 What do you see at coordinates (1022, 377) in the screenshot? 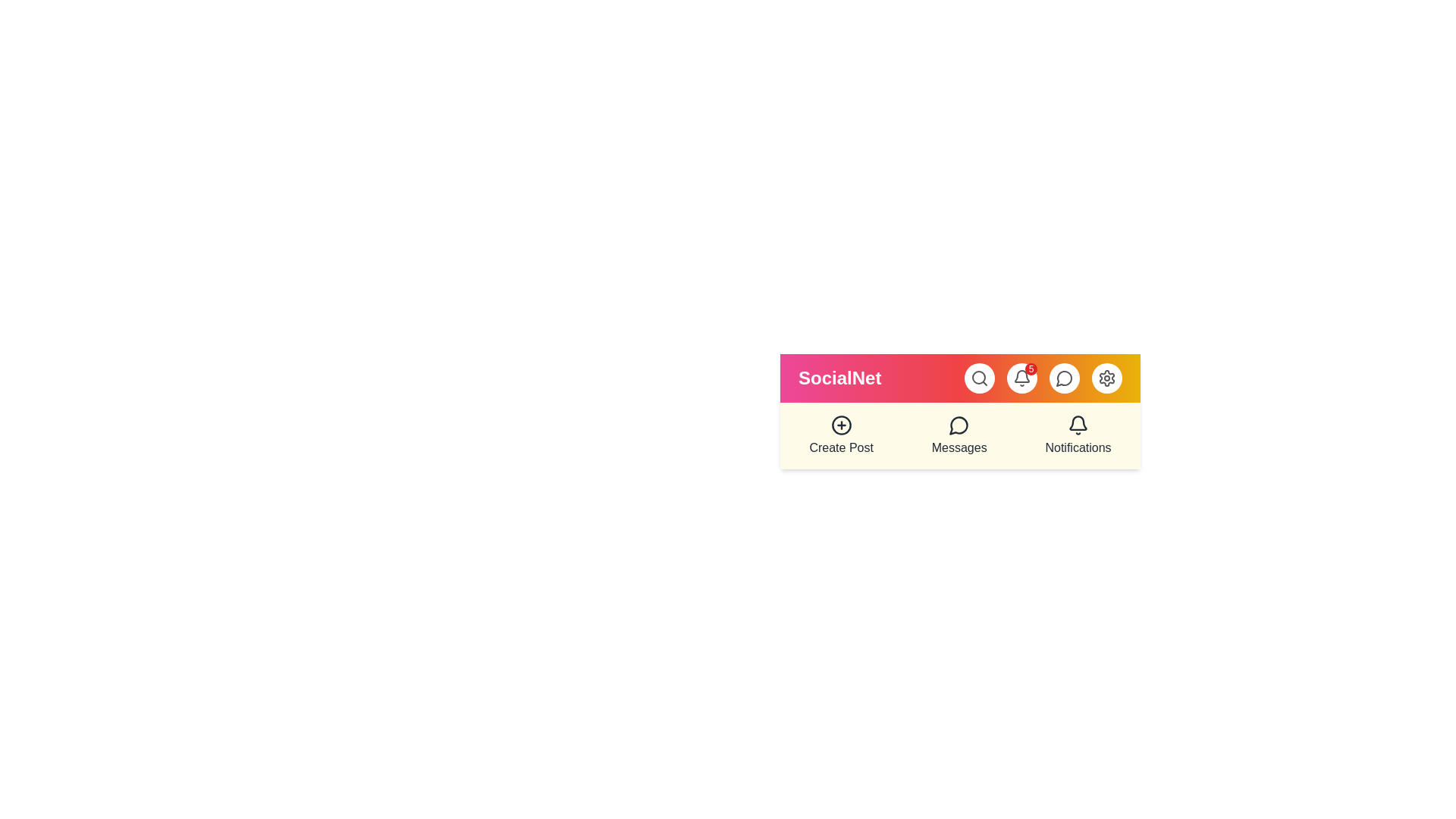
I see `the bell icon to view notifications` at bounding box center [1022, 377].